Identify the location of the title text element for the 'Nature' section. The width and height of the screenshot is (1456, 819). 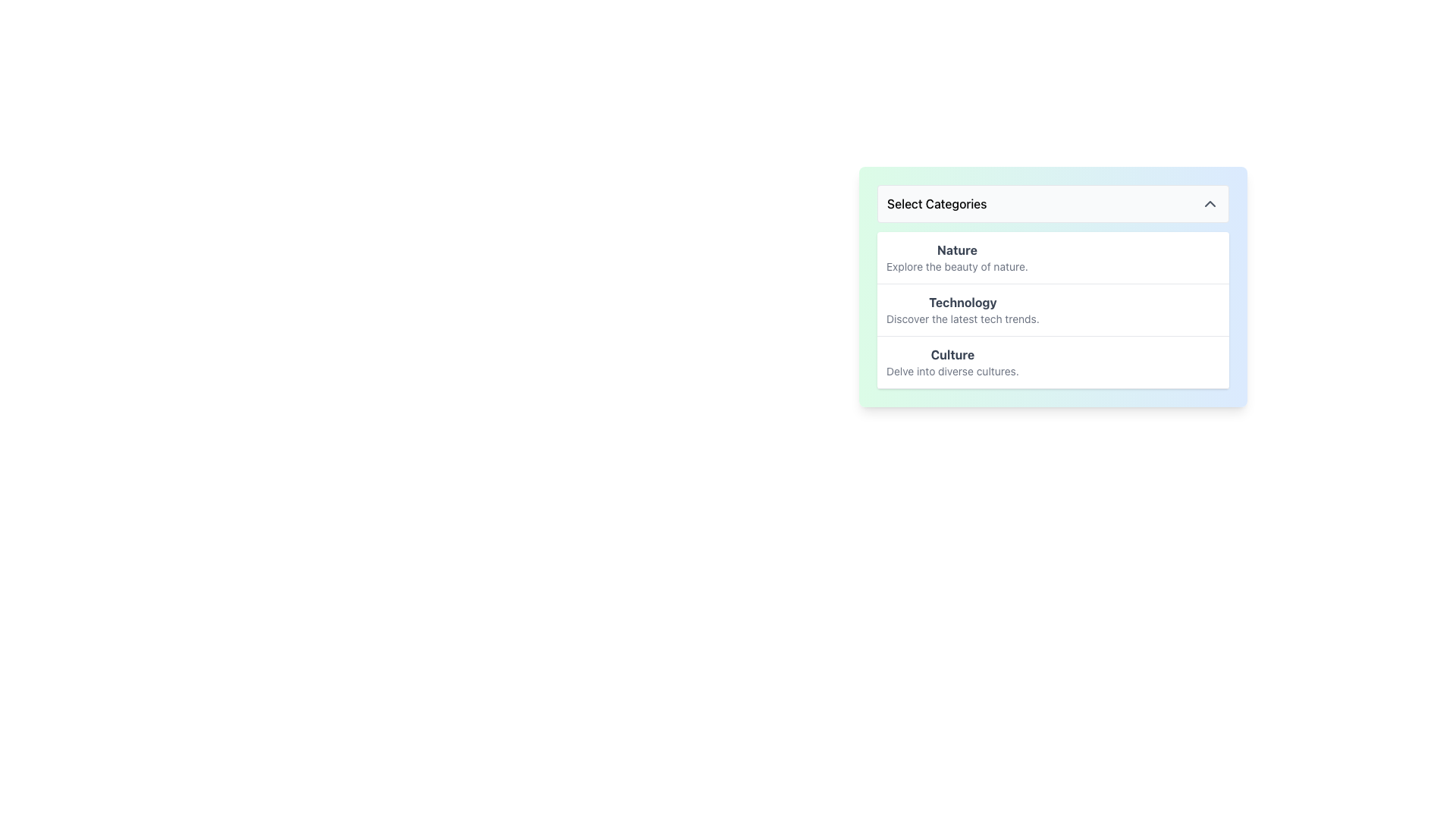
(956, 249).